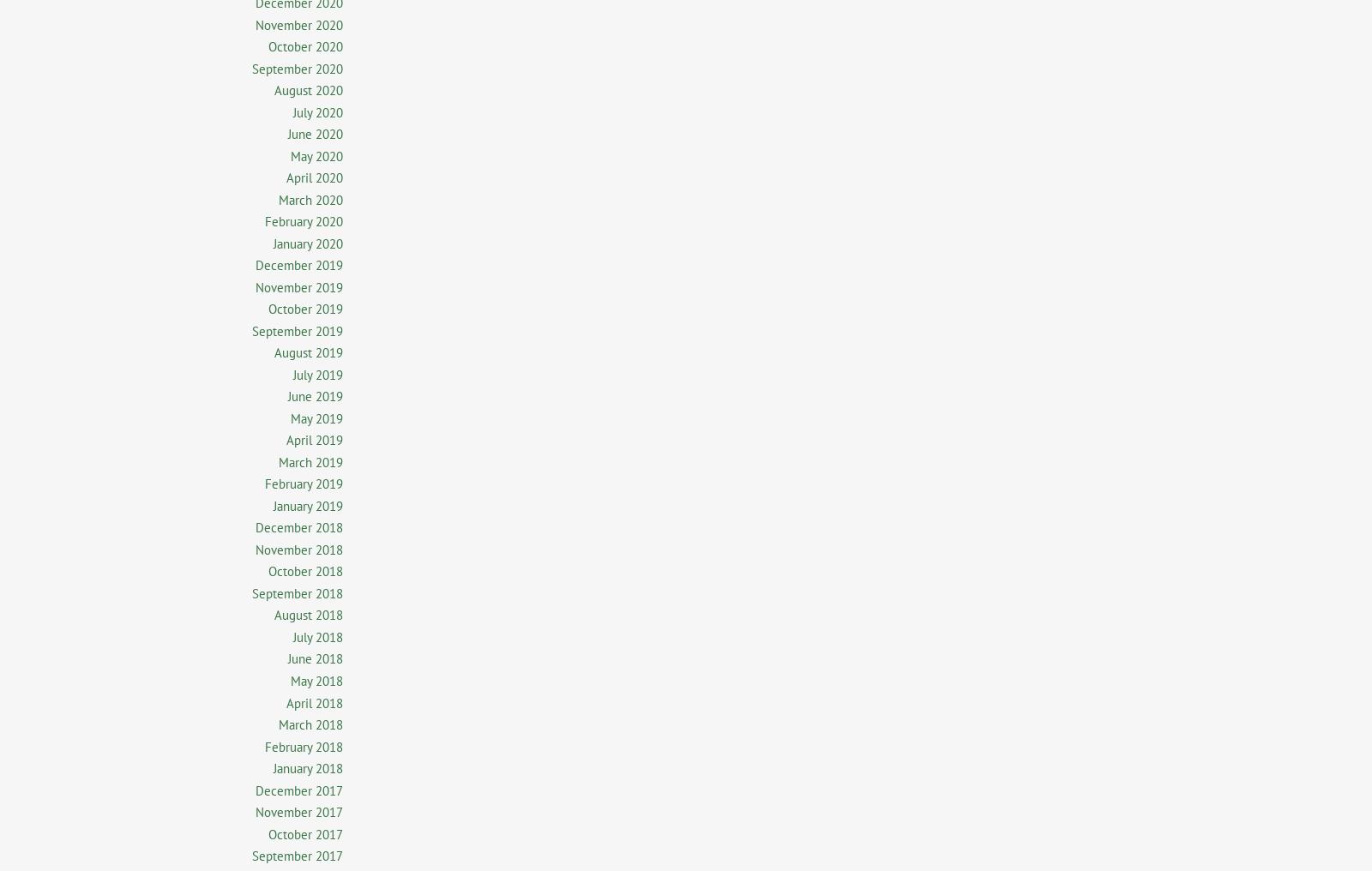 This screenshot has height=871, width=1372. What do you see at coordinates (255, 286) in the screenshot?
I see `'November 2019'` at bounding box center [255, 286].